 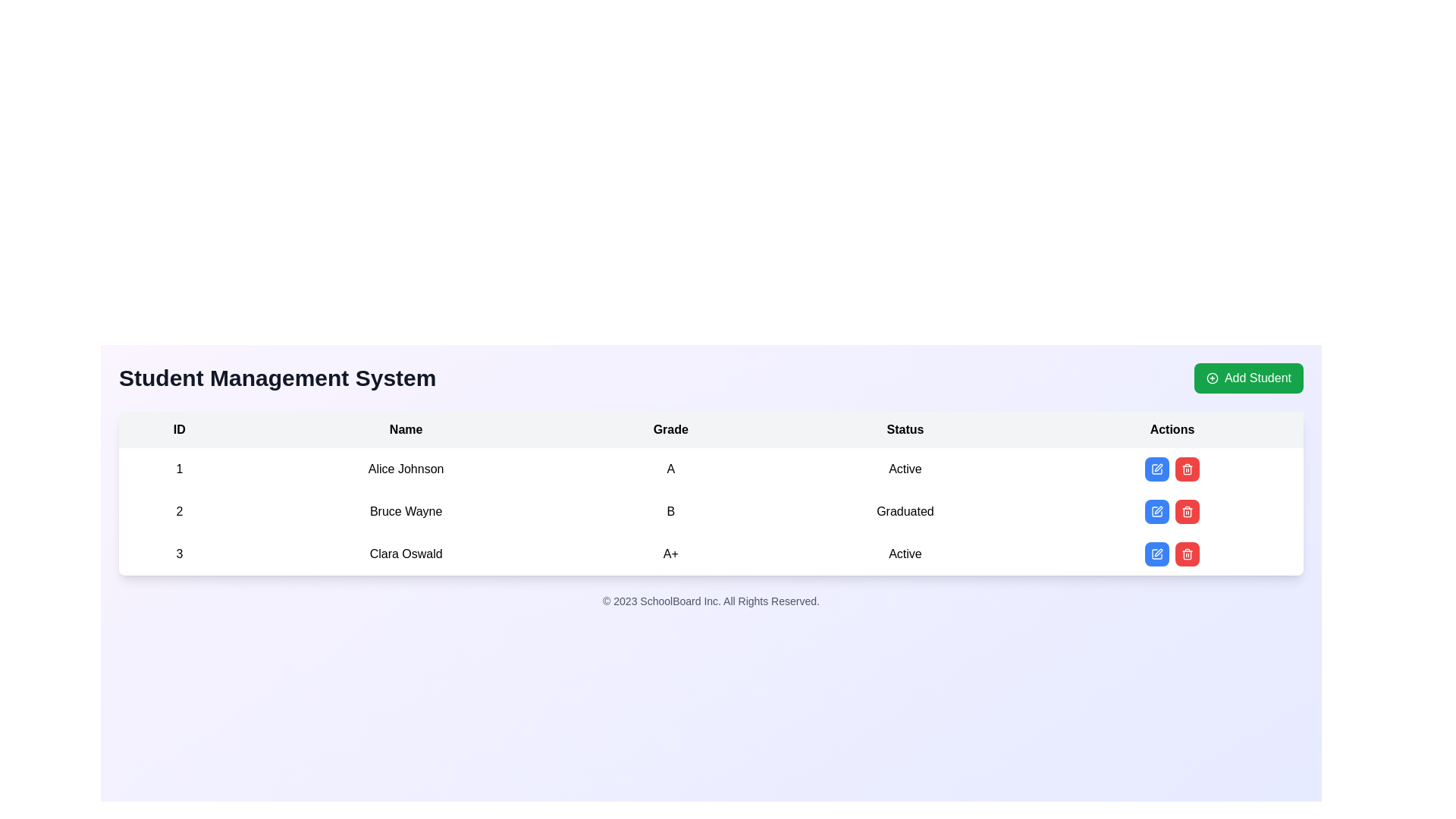 What do you see at coordinates (905, 468) in the screenshot?
I see `the 'Active' text label in the 'Status' column of the table corresponding to Alice Johnson` at bounding box center [905, 468].